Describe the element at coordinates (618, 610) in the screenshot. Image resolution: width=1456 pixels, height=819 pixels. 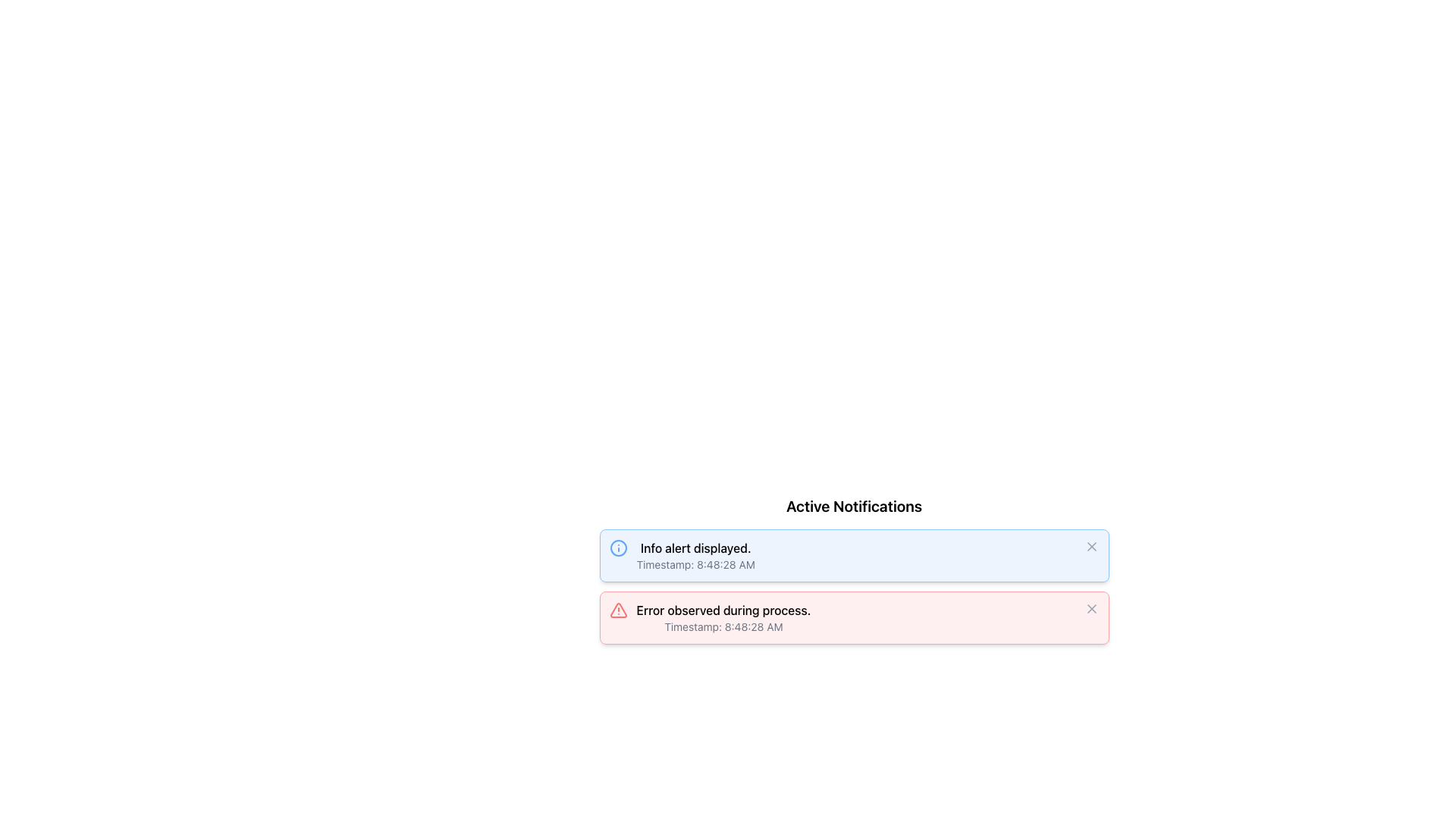
I see `the error/warning icon located to the left of the text 'Error observed during process' in the lower notification bar` at that location.